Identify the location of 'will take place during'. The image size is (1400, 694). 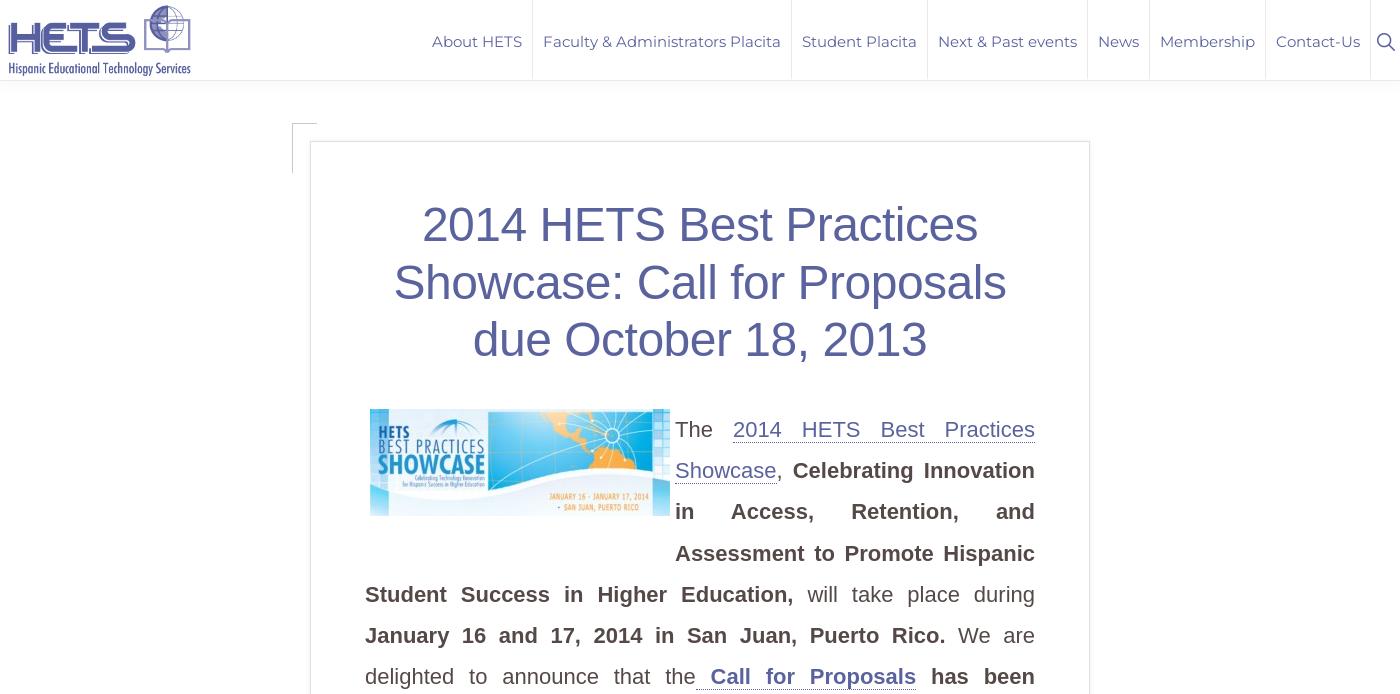
(920, 593).